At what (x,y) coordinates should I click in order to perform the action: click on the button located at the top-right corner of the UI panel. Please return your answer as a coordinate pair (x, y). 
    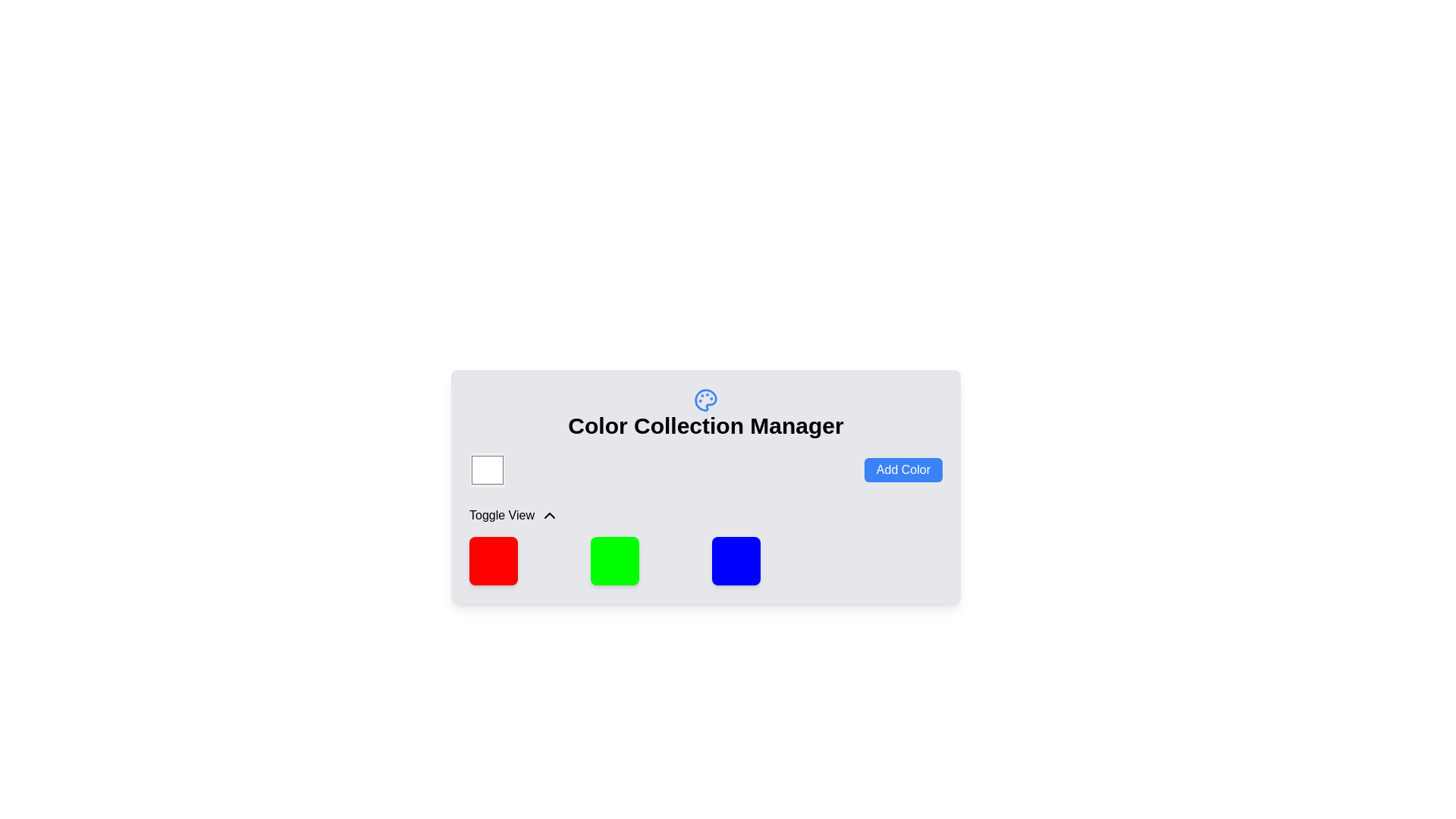
    Looking at the image, I should click on (903, 469).